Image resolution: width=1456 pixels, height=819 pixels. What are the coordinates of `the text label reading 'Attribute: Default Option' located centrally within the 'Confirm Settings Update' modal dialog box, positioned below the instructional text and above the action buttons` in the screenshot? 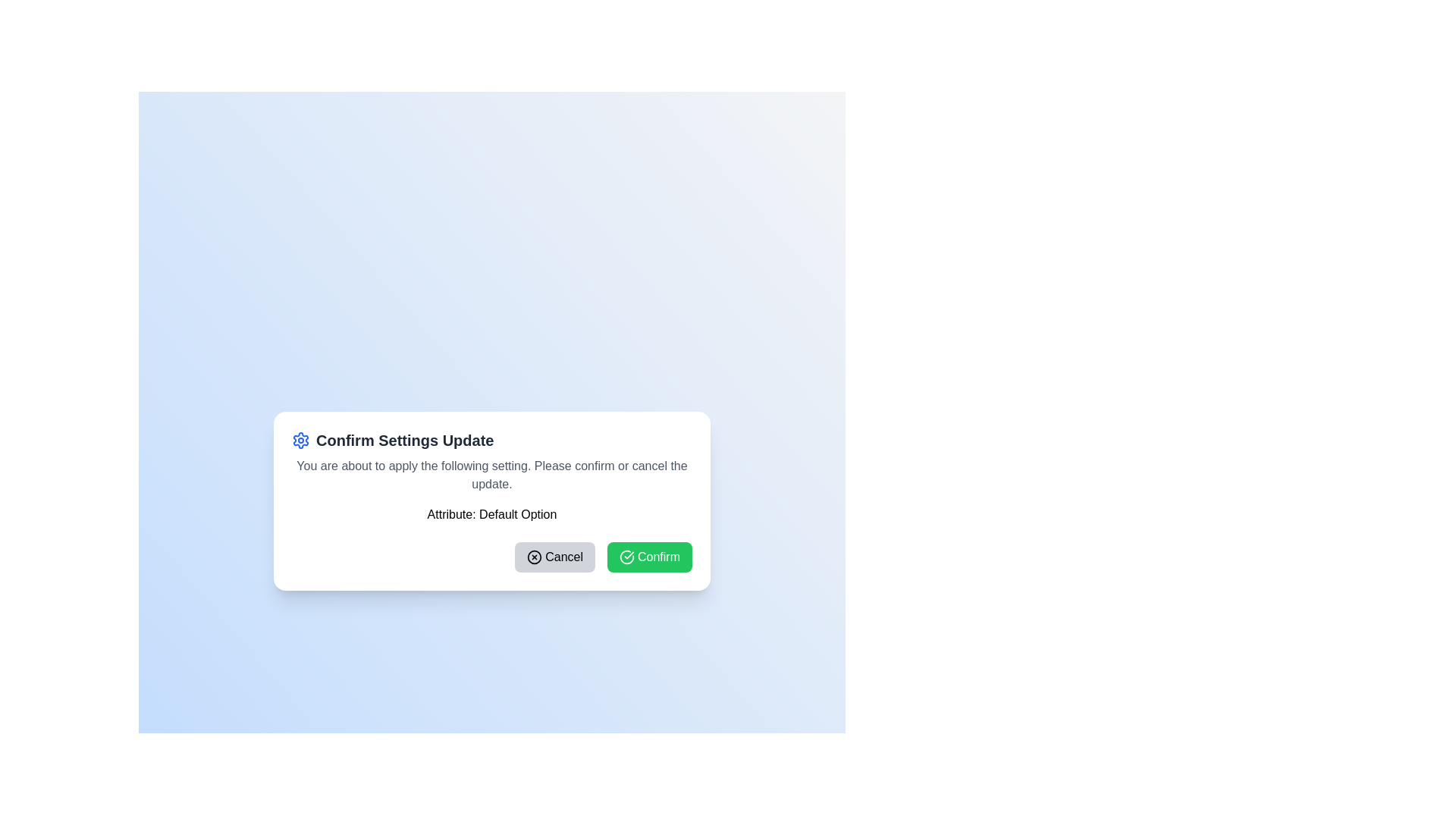 It's located at (491, 513).